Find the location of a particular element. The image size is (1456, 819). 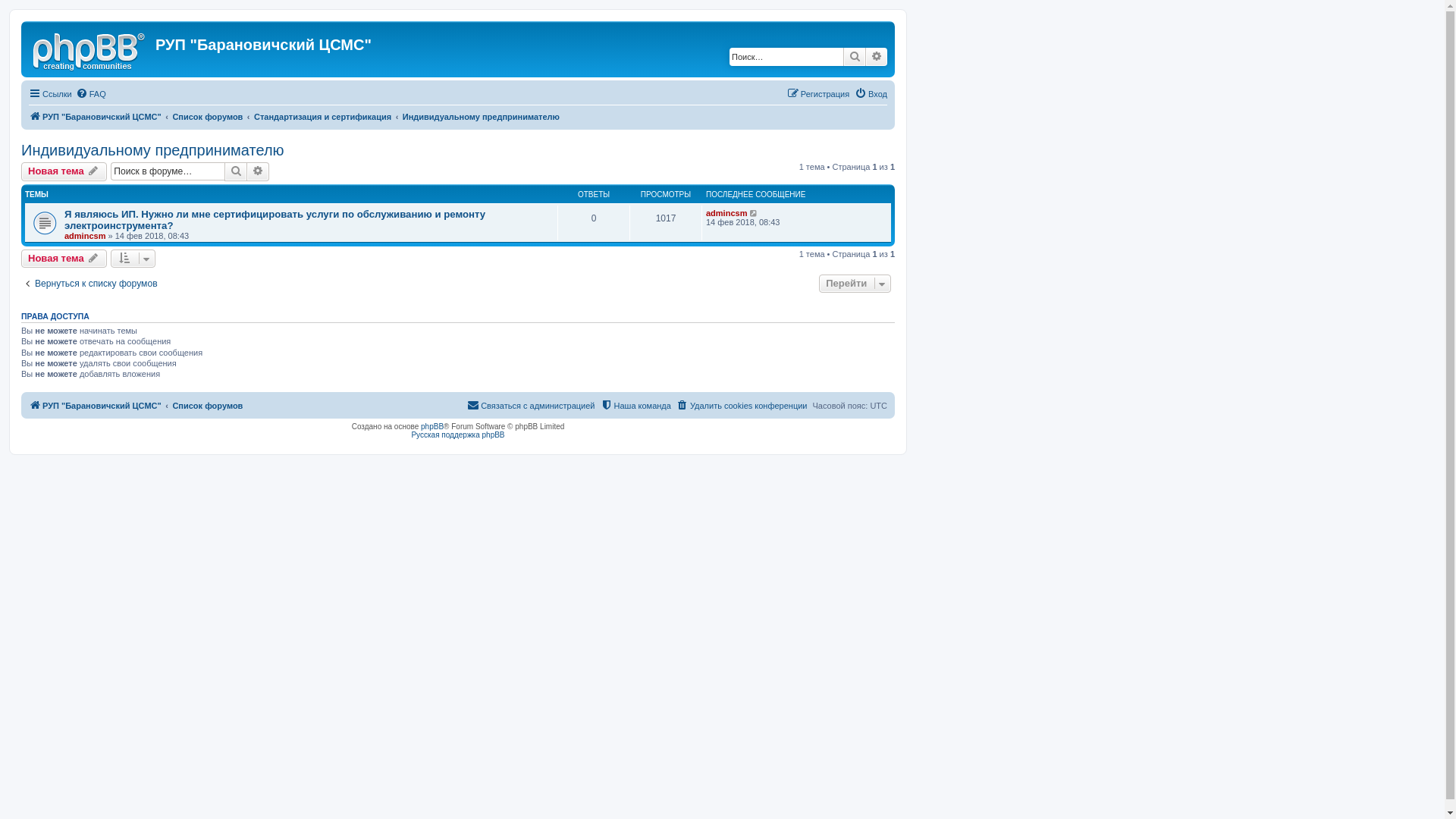

'FAQ' is located at coordinates (90, 93).